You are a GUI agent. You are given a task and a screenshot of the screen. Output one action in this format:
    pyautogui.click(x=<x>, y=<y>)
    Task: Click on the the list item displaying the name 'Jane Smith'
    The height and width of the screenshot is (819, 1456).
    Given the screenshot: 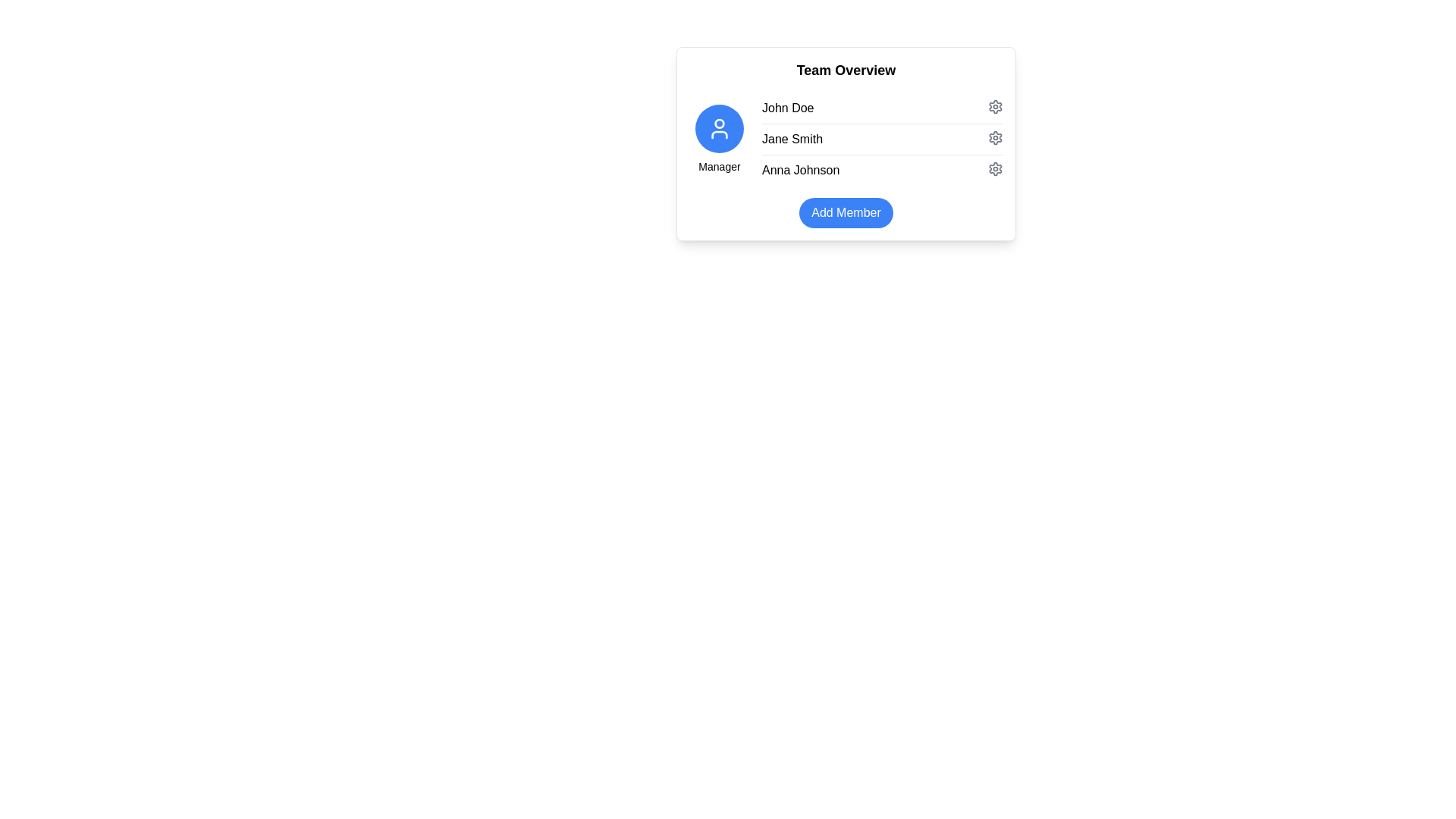 What is the action you would take?
    pyautogui.click(x=846, y=140)
    